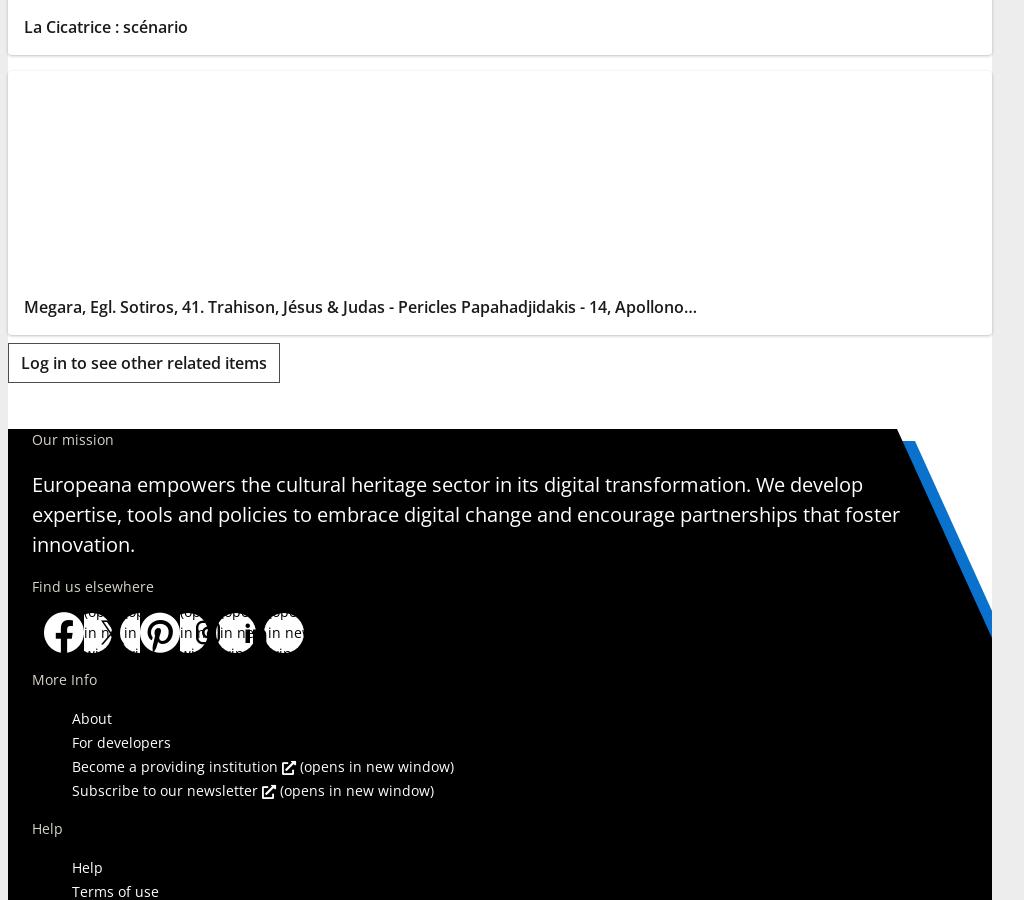 The width and height of the screenshot is (1024, 900). What do you see at coordinates (70, 716) in the screenshot?
I see `'About'` at bounding box center [70, 716].